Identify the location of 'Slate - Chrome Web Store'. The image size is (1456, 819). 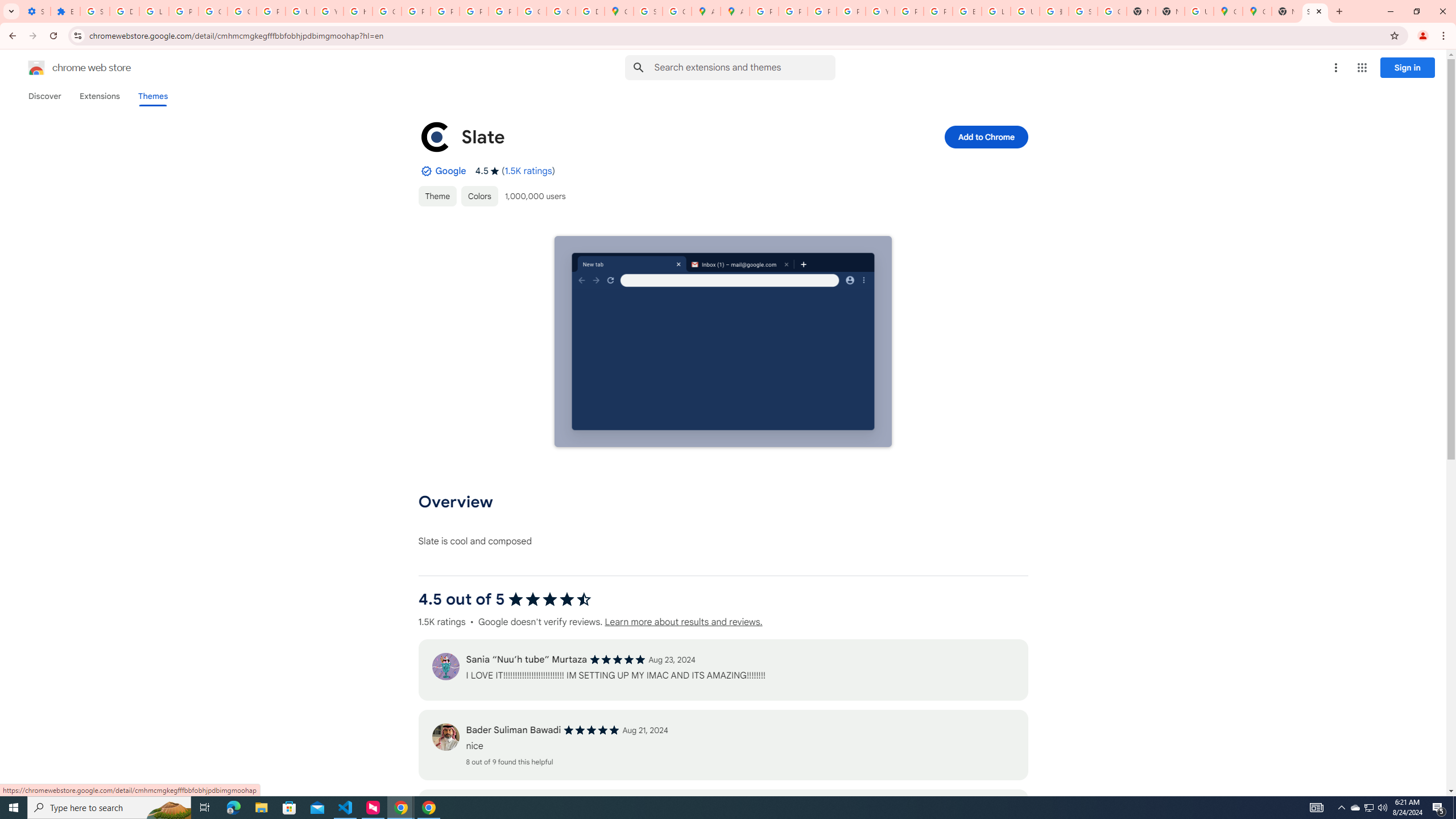
(1314, 11).